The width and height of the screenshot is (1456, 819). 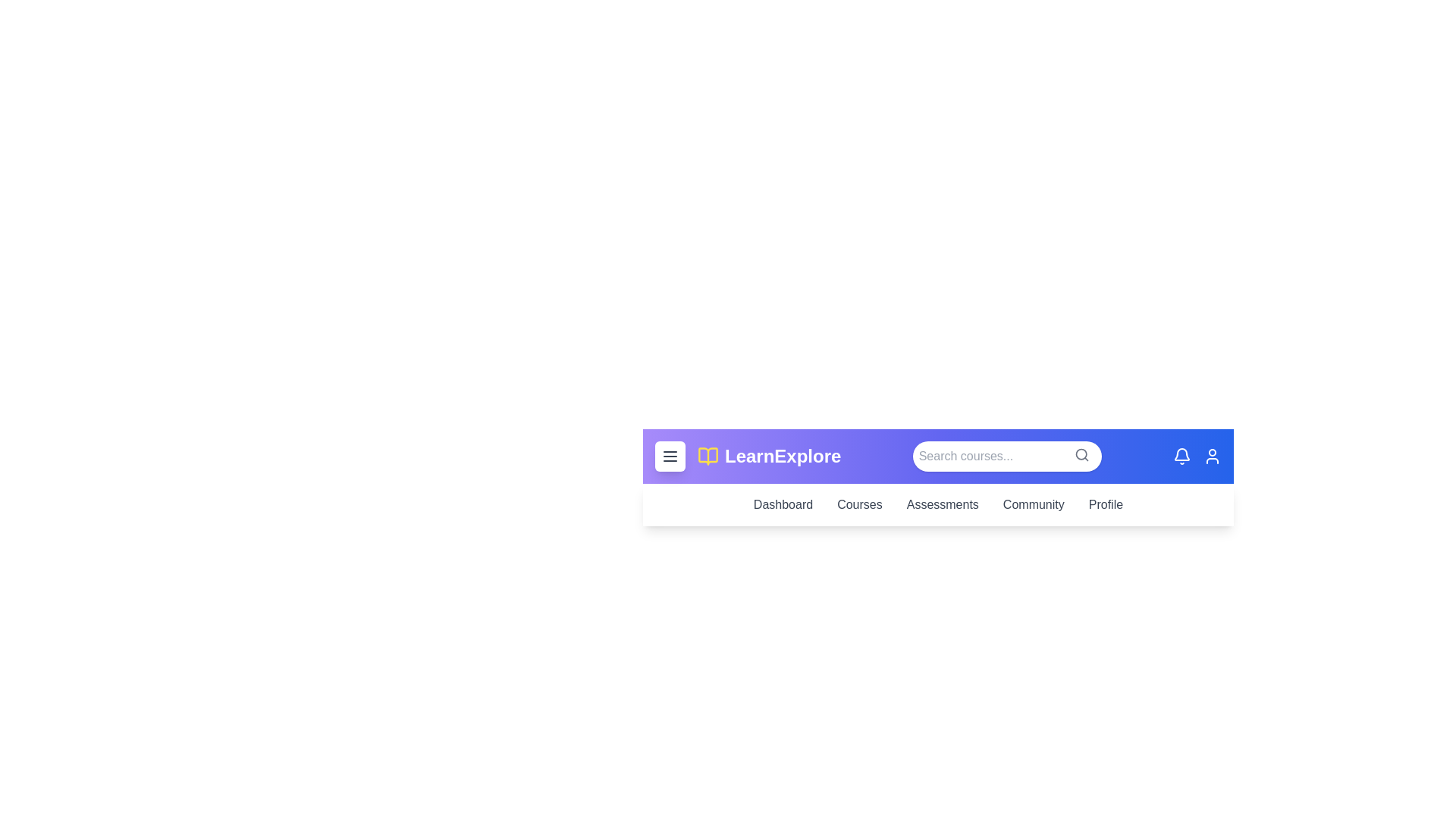 I want to click on the navigation link 'Dashboard' to observe its hover effect, so click(x=783, y=505).